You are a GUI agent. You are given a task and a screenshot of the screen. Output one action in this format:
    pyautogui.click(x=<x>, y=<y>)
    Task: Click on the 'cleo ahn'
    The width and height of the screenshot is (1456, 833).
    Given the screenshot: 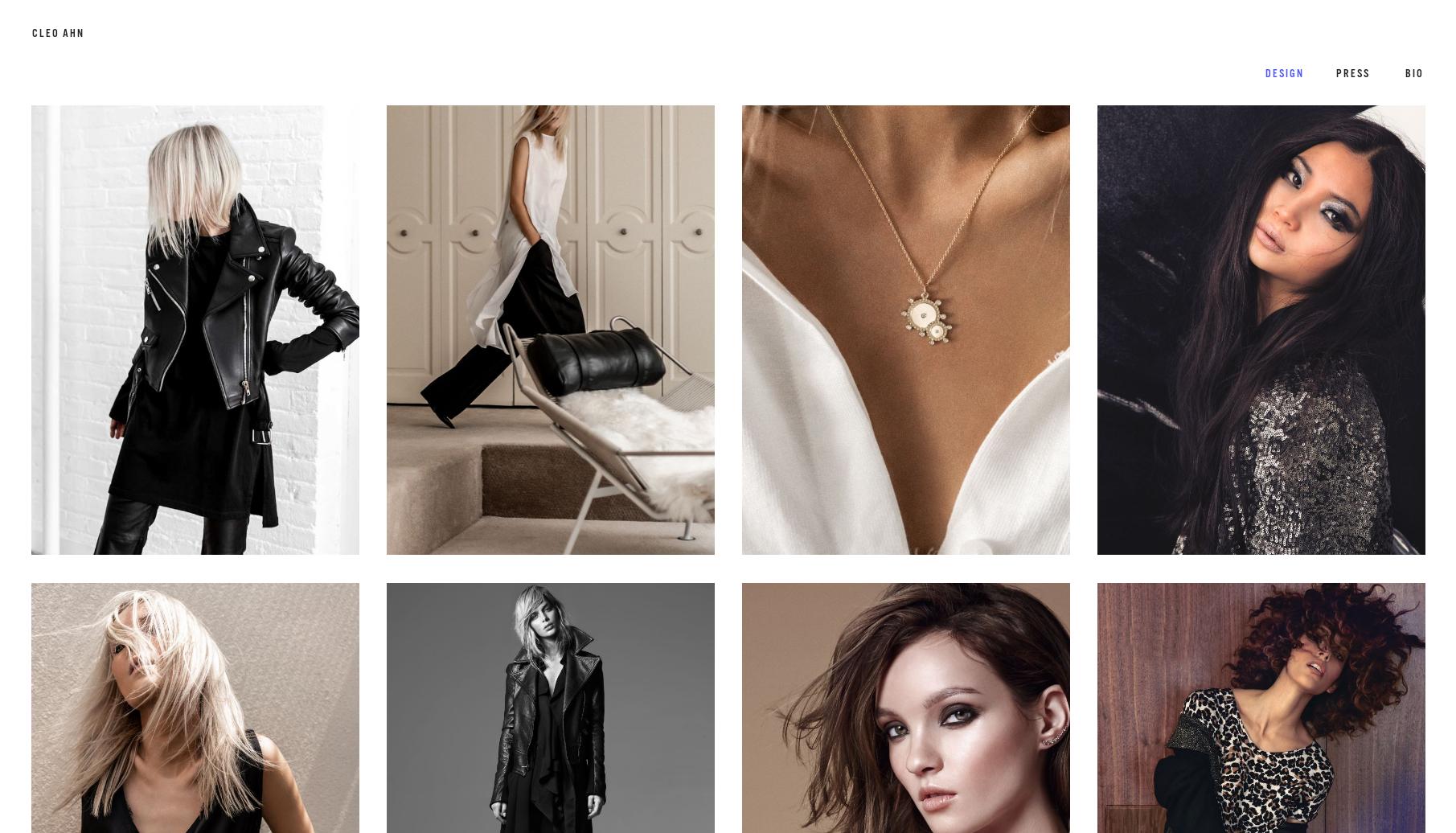 What is the action you would take?
    pyautogui.click(x=32, y=33)
    